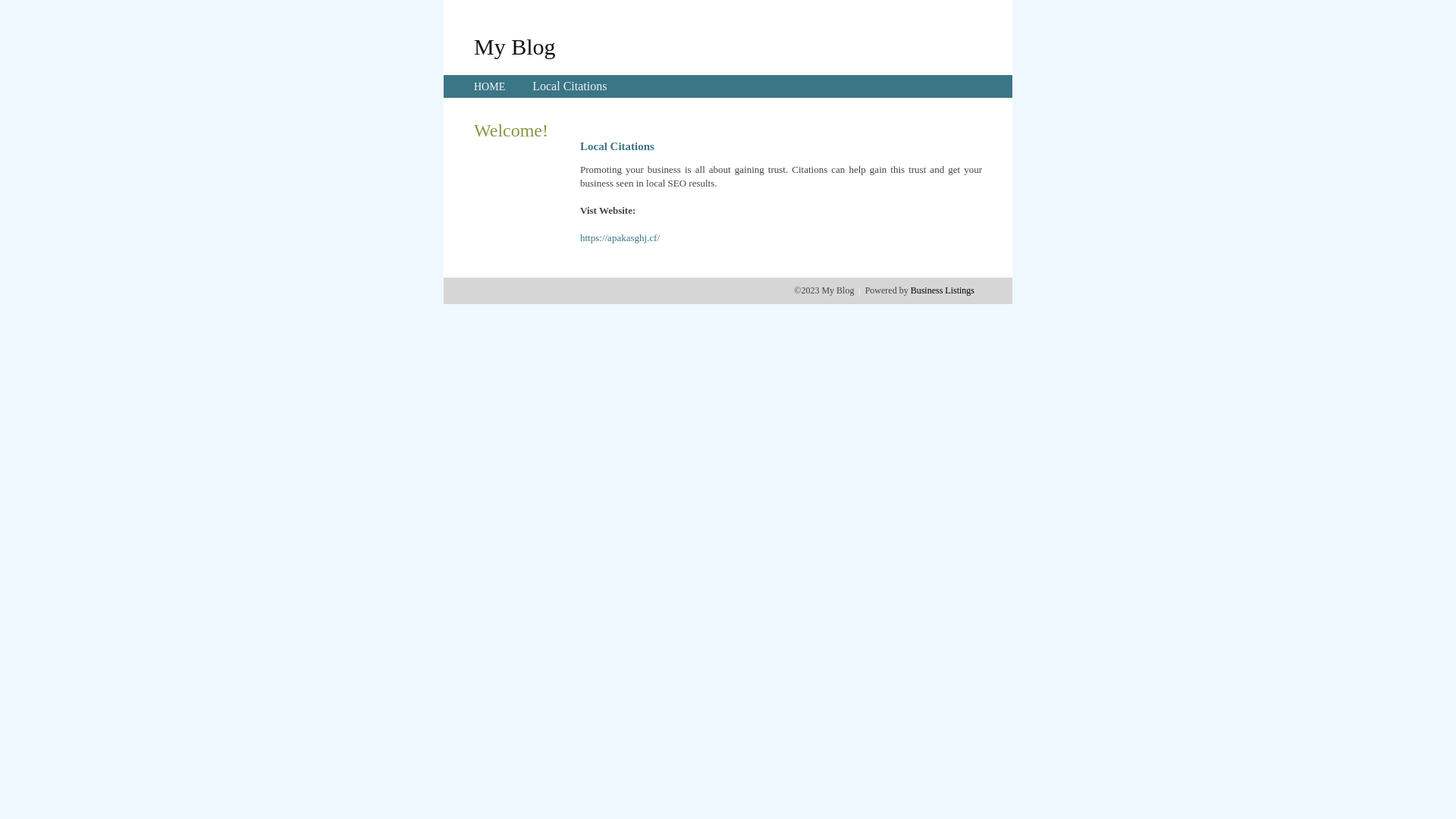  What do you see at coordinates (620, 237) in the screenshot?
I see `'https://apakasghj.cf/'` at bounding box center [620, 237].